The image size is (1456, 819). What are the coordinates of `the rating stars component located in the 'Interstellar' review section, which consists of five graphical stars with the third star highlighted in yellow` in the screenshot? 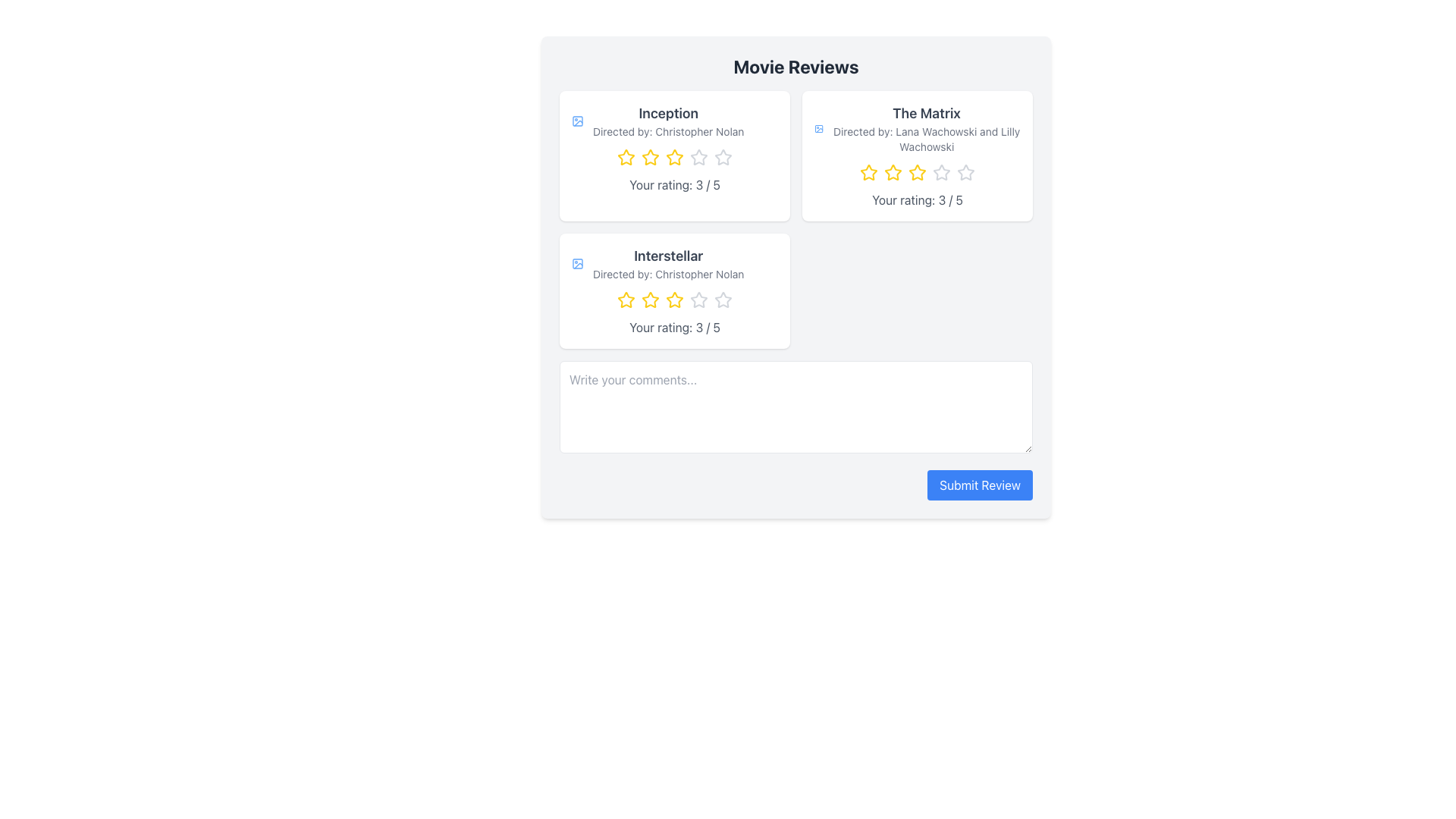 It's located at (673, 300).